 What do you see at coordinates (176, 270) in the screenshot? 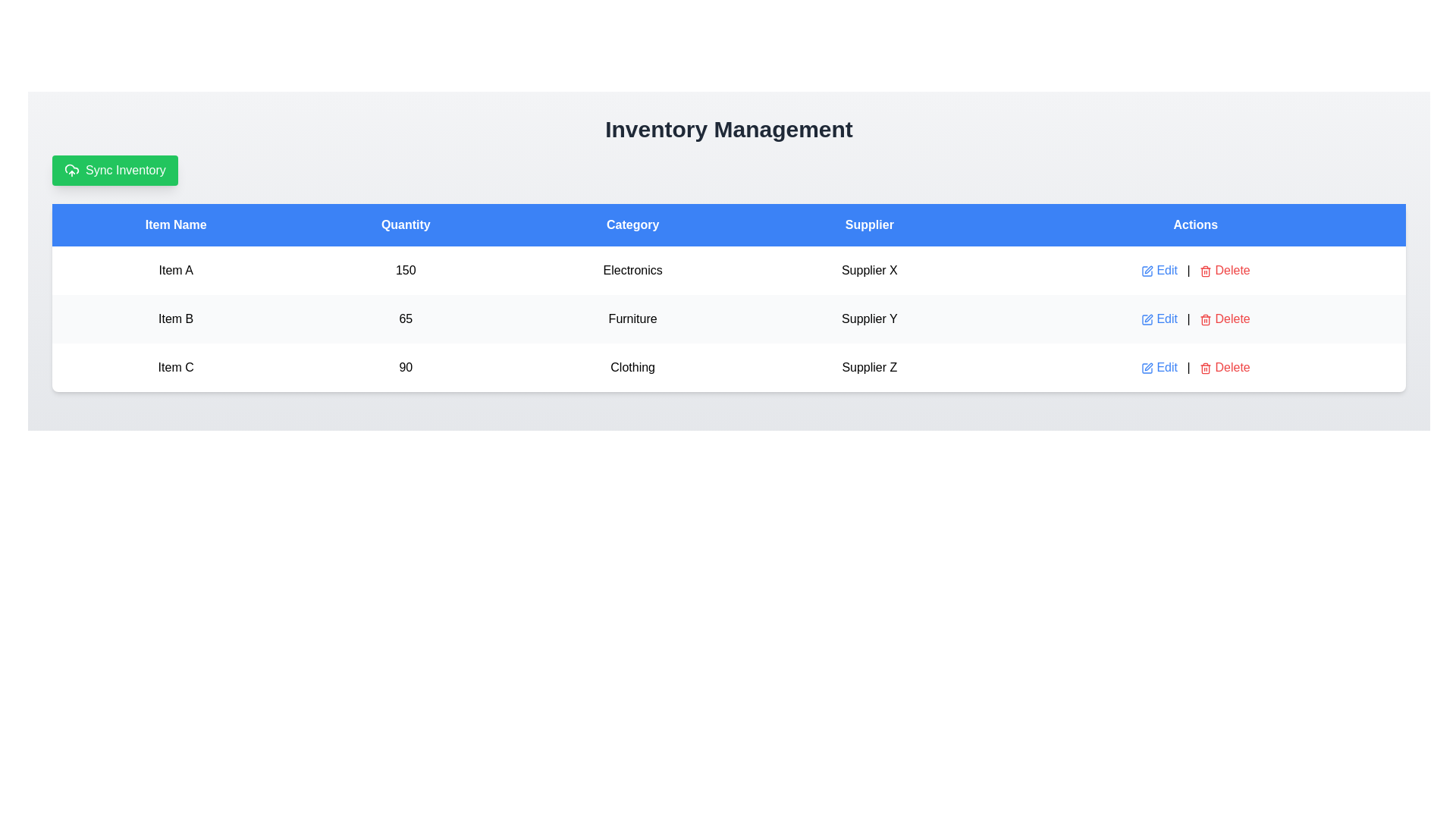
I see `the text label displaying 'Item A' in the first column under the header 'Item Name' in the data table` at bounding box center [176, 270].